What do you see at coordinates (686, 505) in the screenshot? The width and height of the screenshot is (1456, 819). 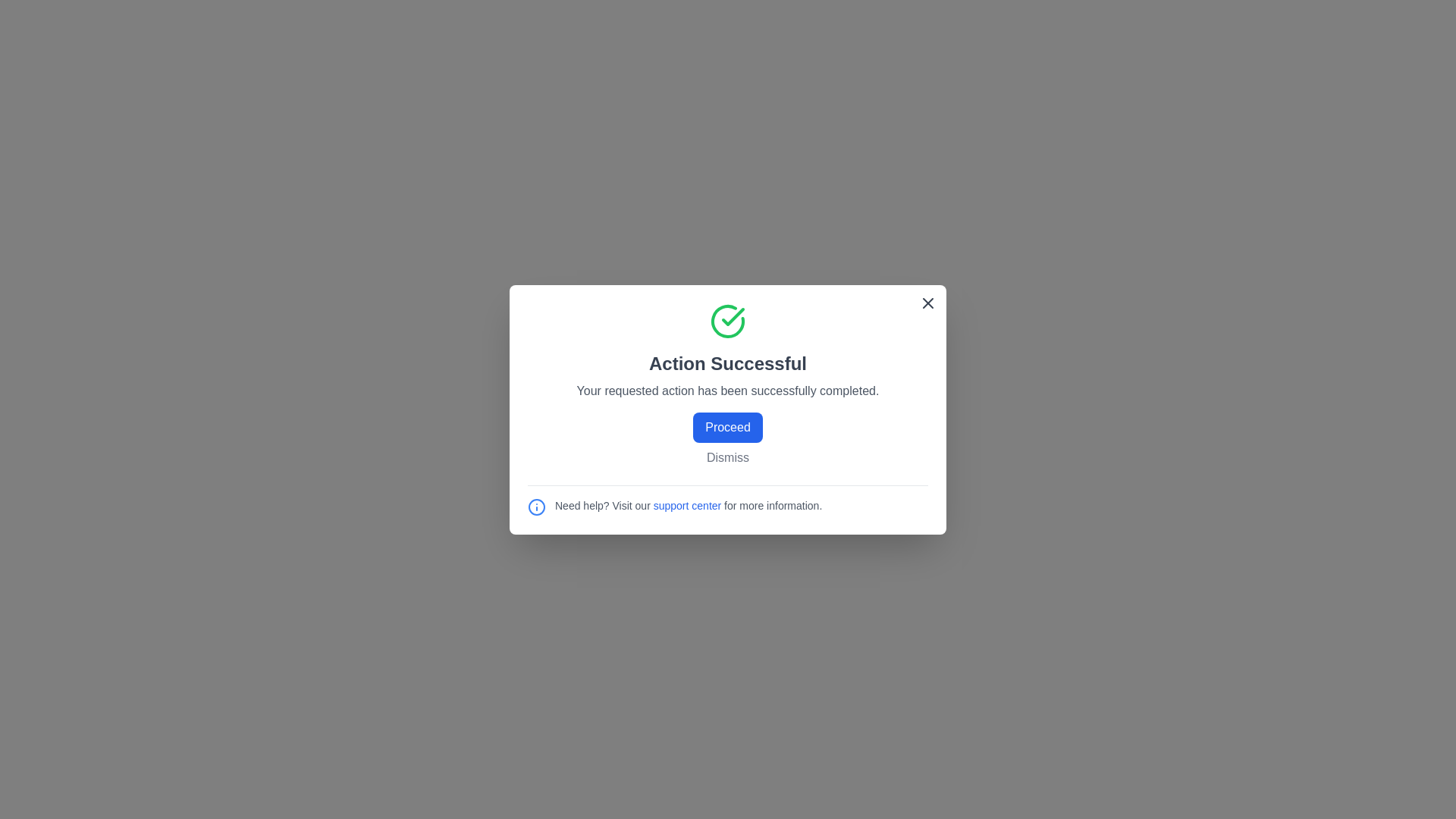 I see `the hyperlink located at the bottom of the modal dialog, which redirects to the support center for additional help or information` at bounding box center [686, 505].